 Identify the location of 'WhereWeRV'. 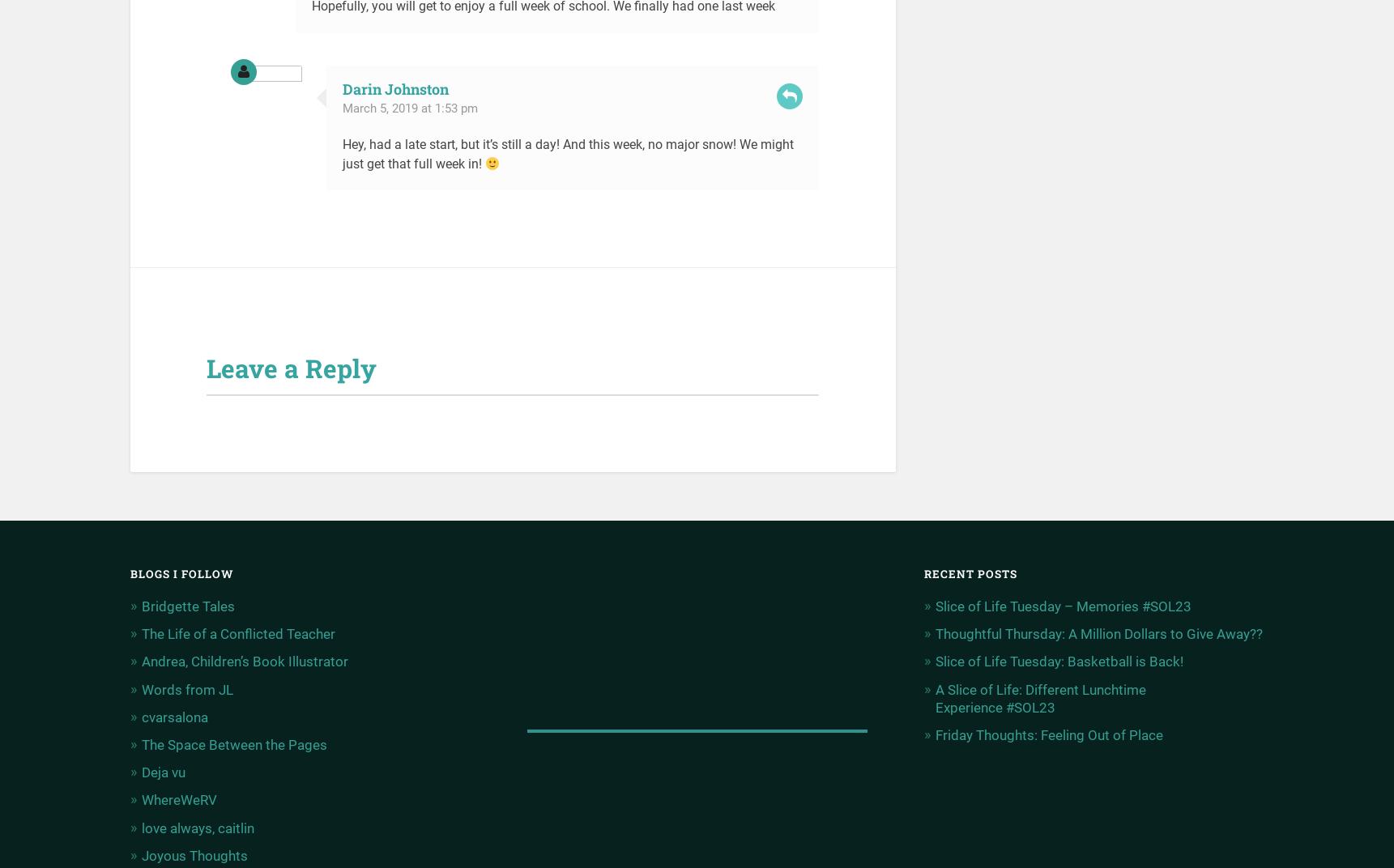
(178, 798).